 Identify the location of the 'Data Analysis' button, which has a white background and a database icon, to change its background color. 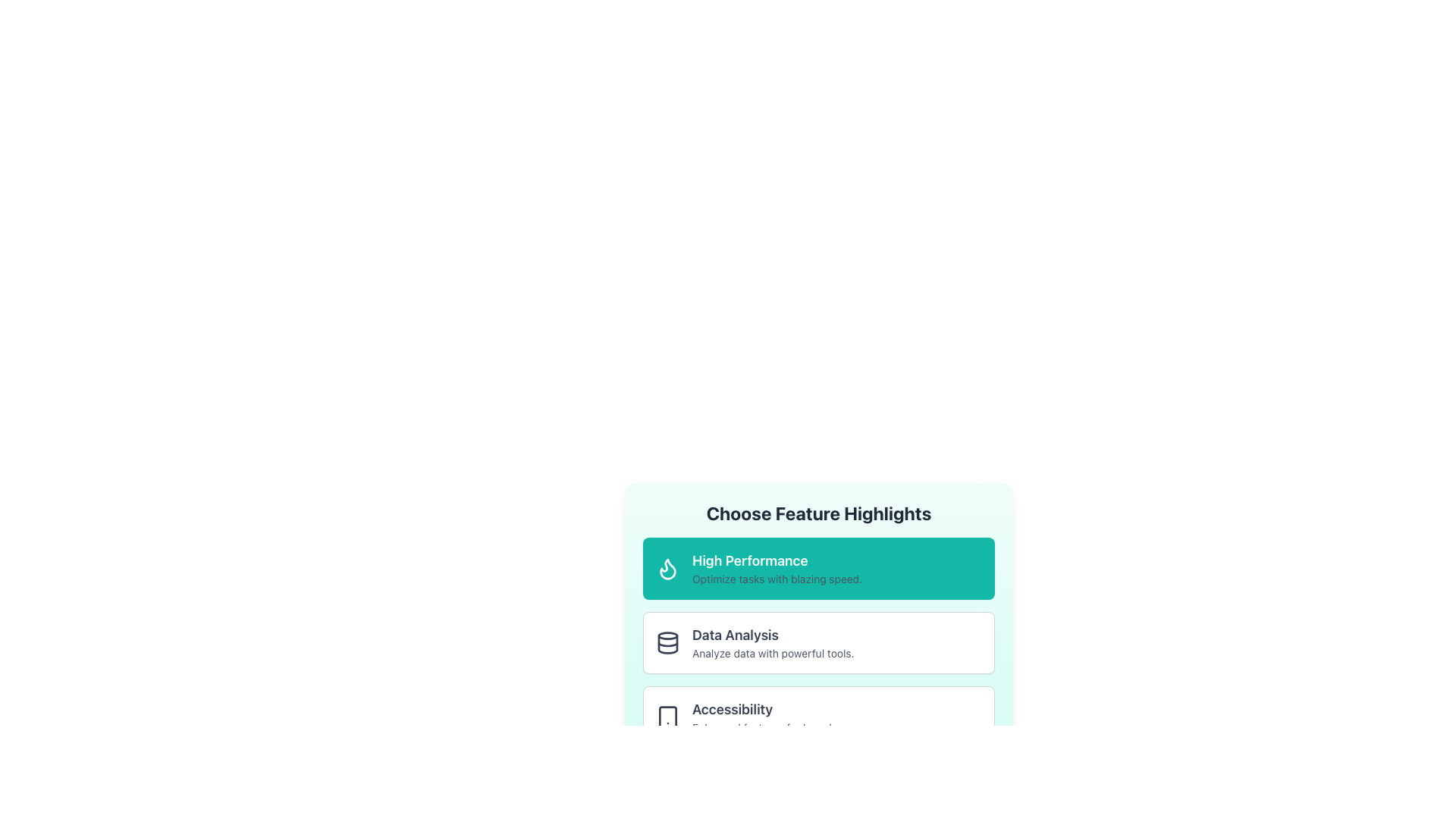
(818, 643).